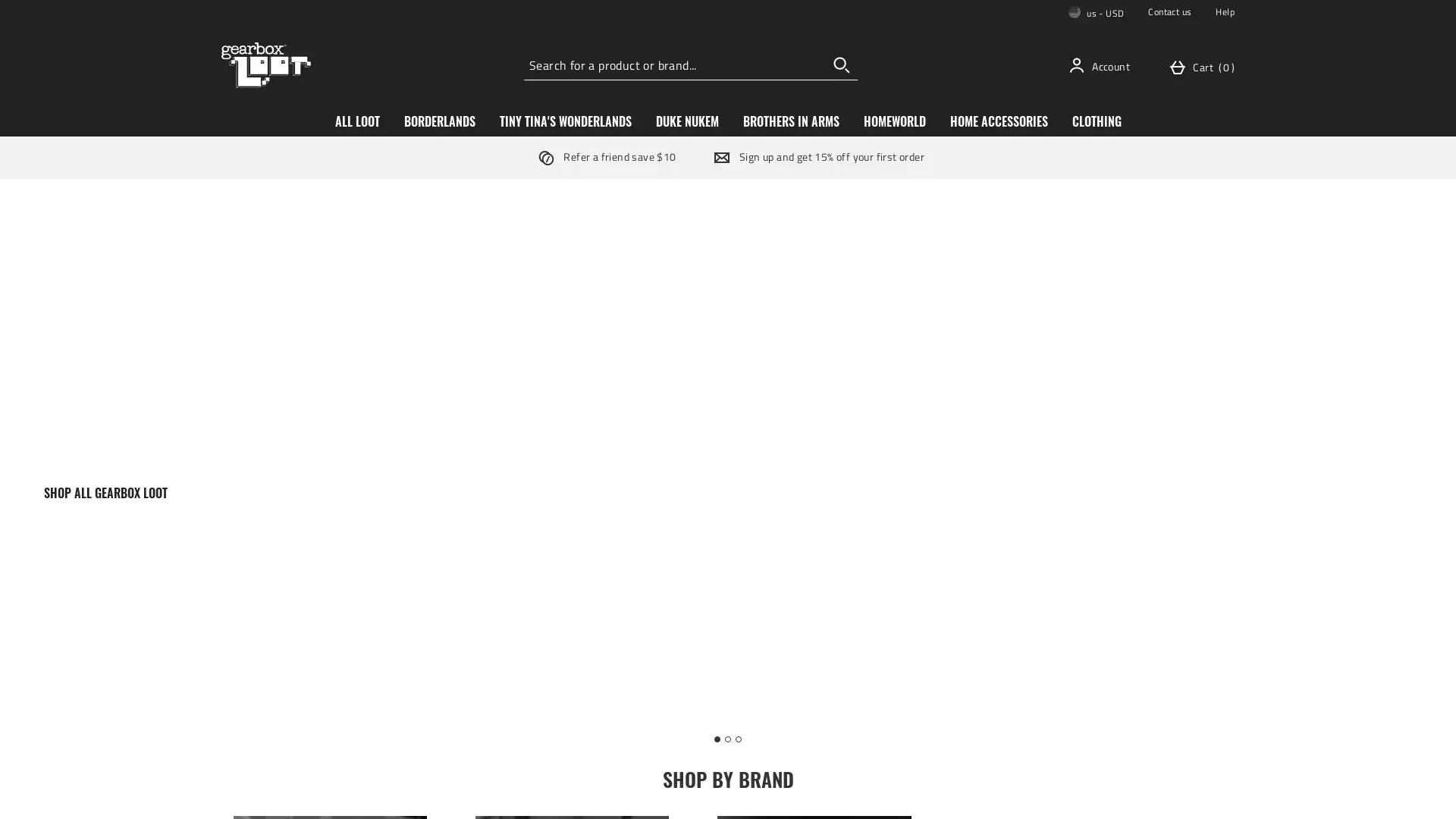 The height and width of the screenshot is (819, 1456). I want to click on ACCEPT, so click(1150, 793).